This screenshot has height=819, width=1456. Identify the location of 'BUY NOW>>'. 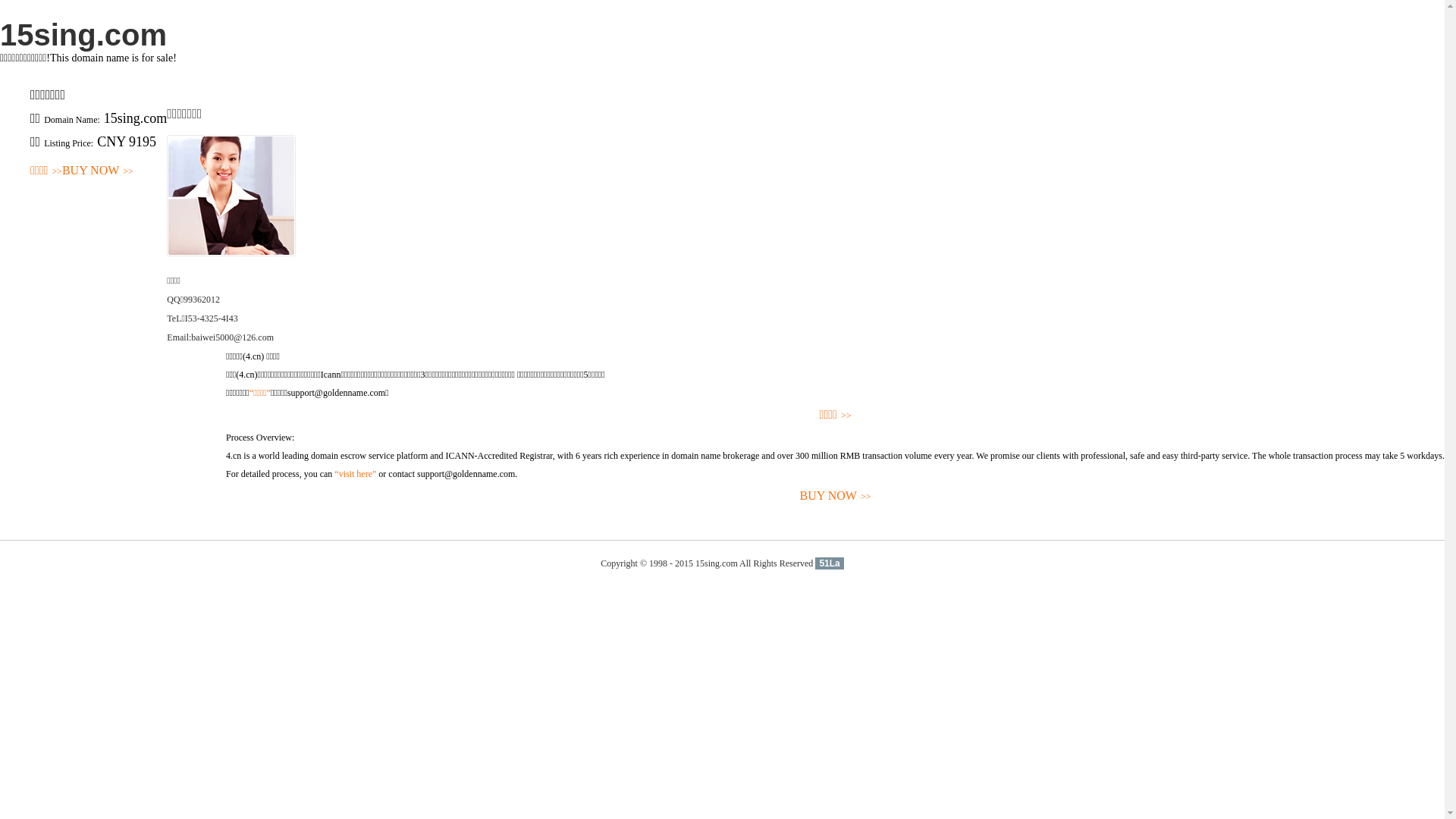
(97, 171).